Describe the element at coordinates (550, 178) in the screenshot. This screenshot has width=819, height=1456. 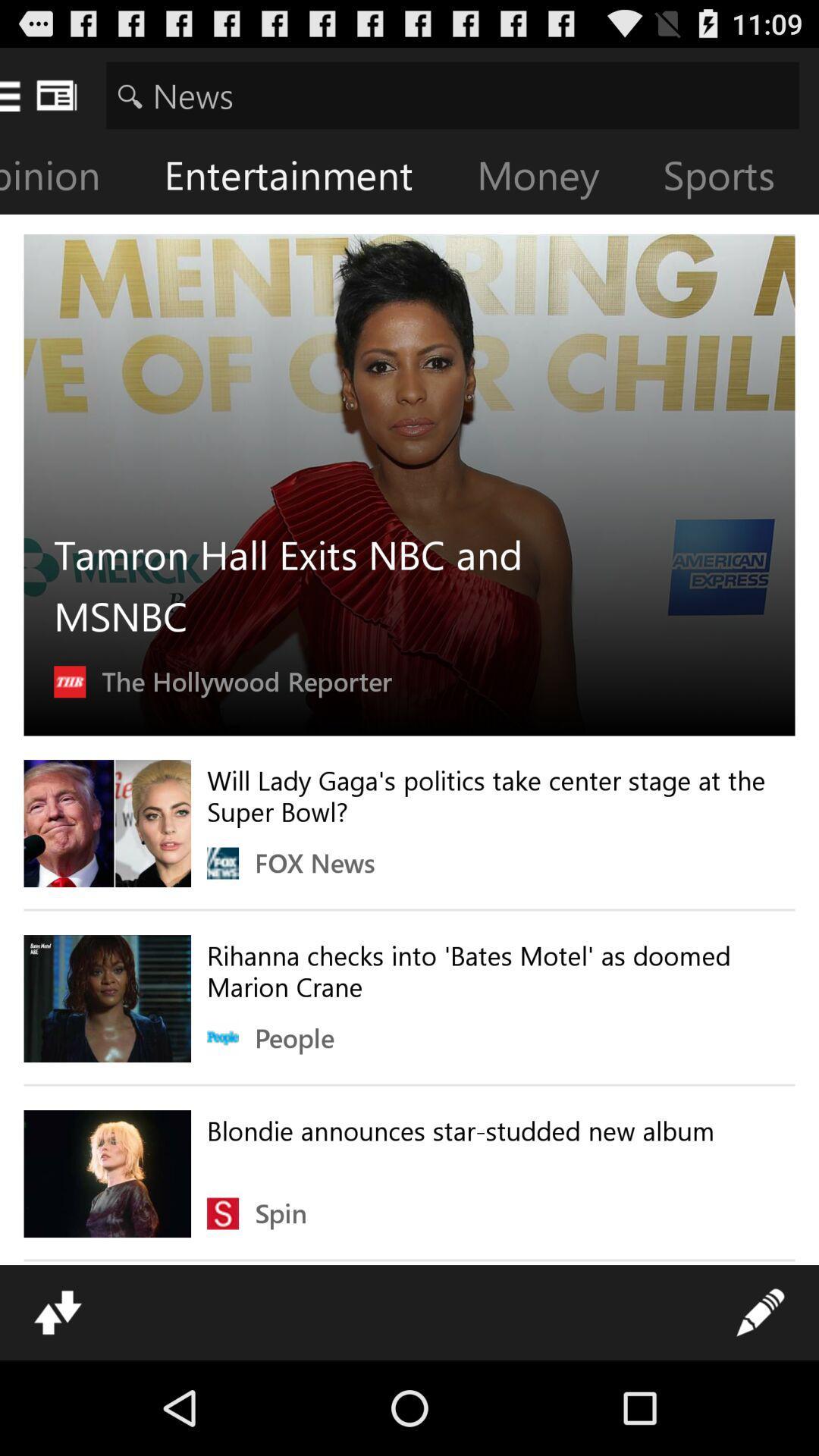
I see `the item to the left of the sports item` at that location.